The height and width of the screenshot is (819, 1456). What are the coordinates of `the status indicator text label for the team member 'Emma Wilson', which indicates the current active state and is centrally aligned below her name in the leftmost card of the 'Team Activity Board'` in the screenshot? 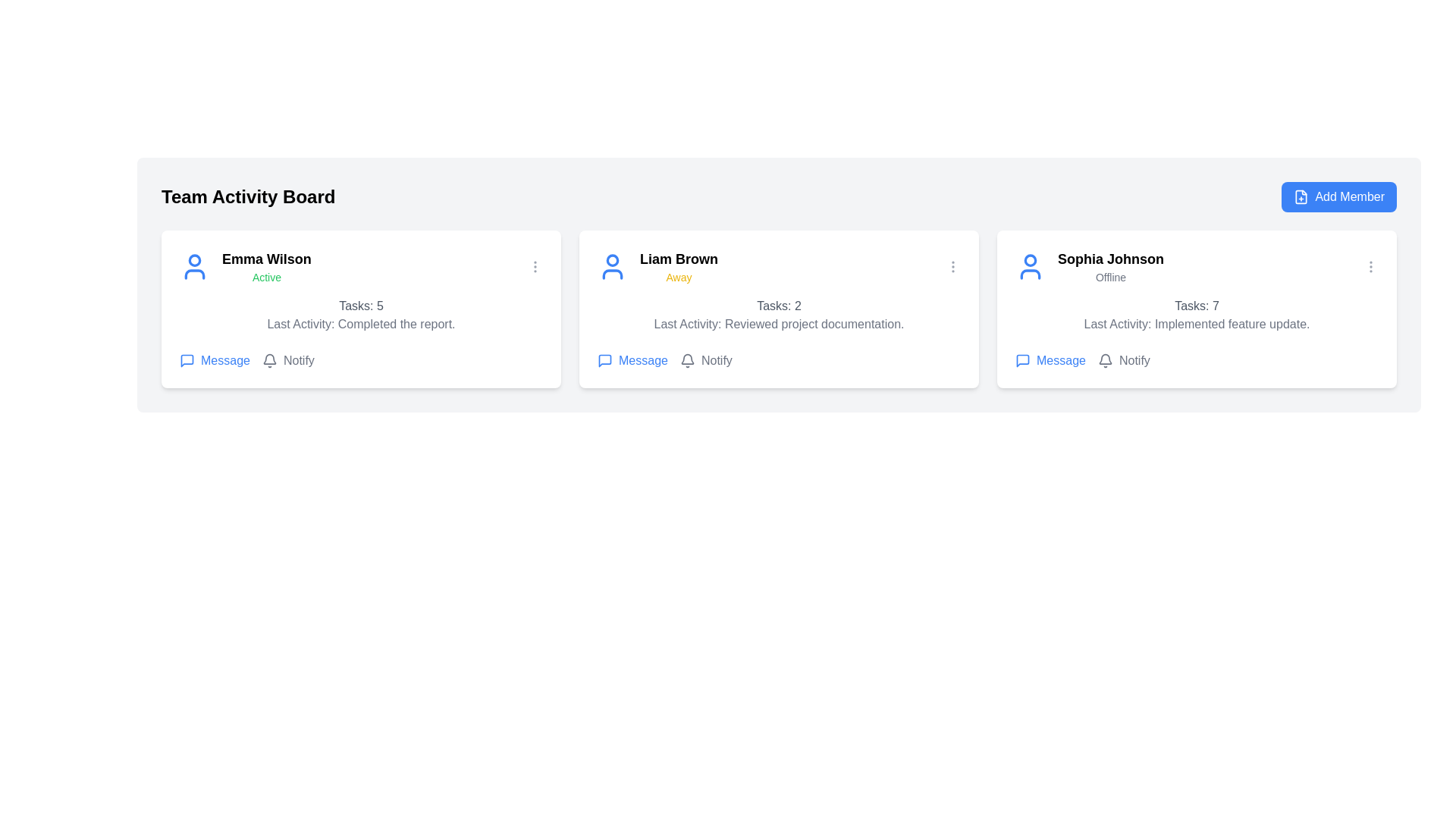 It's located at (266, 278).